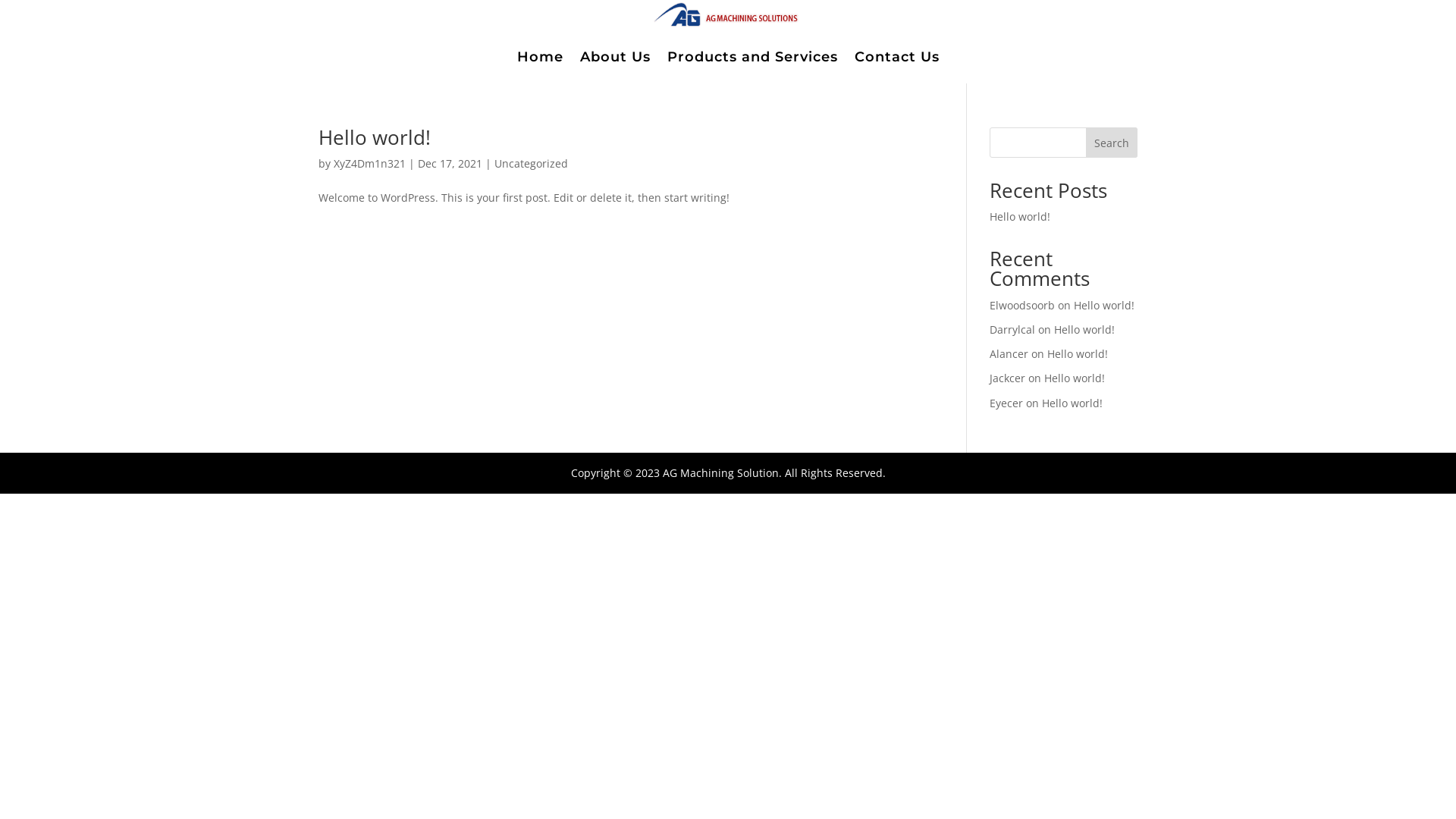  Describe the element at coordinates (531, 163) in the screenshot. I see `'Uncategorized'` at that location.